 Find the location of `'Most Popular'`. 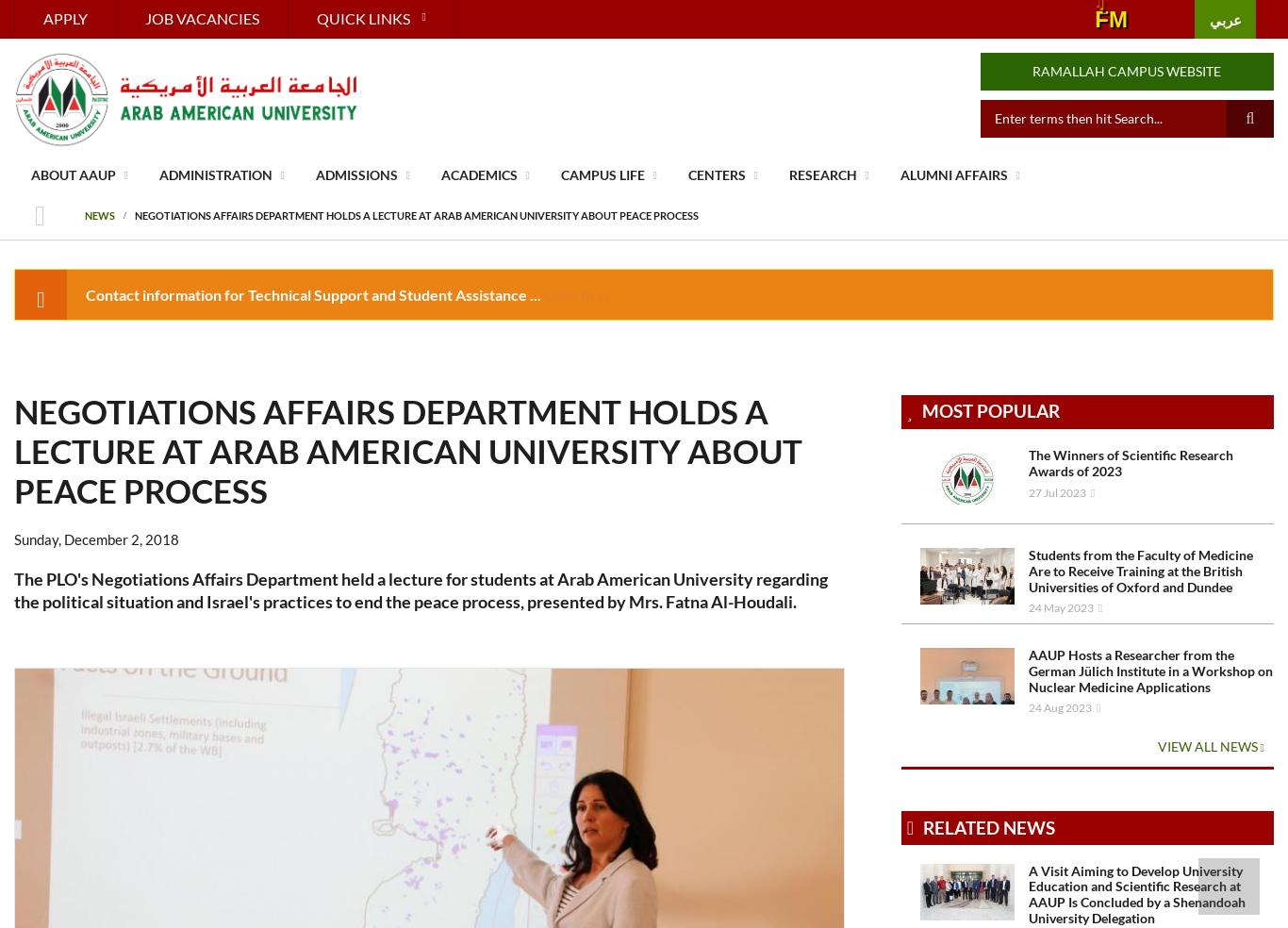

'Most Popular' is located at coordinates (989, 410).